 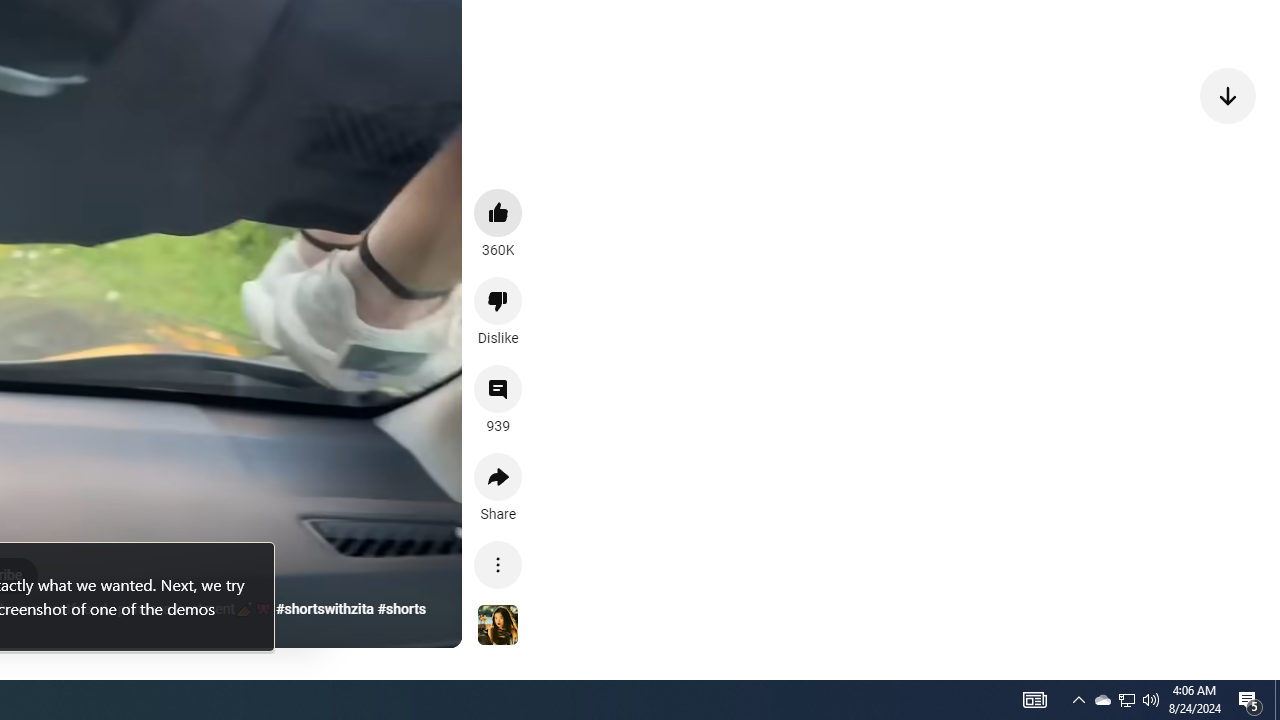 What do you see at coordinates (498, 477) in the screenshot?
I see `'Share'` at bounding box center [498, 477].